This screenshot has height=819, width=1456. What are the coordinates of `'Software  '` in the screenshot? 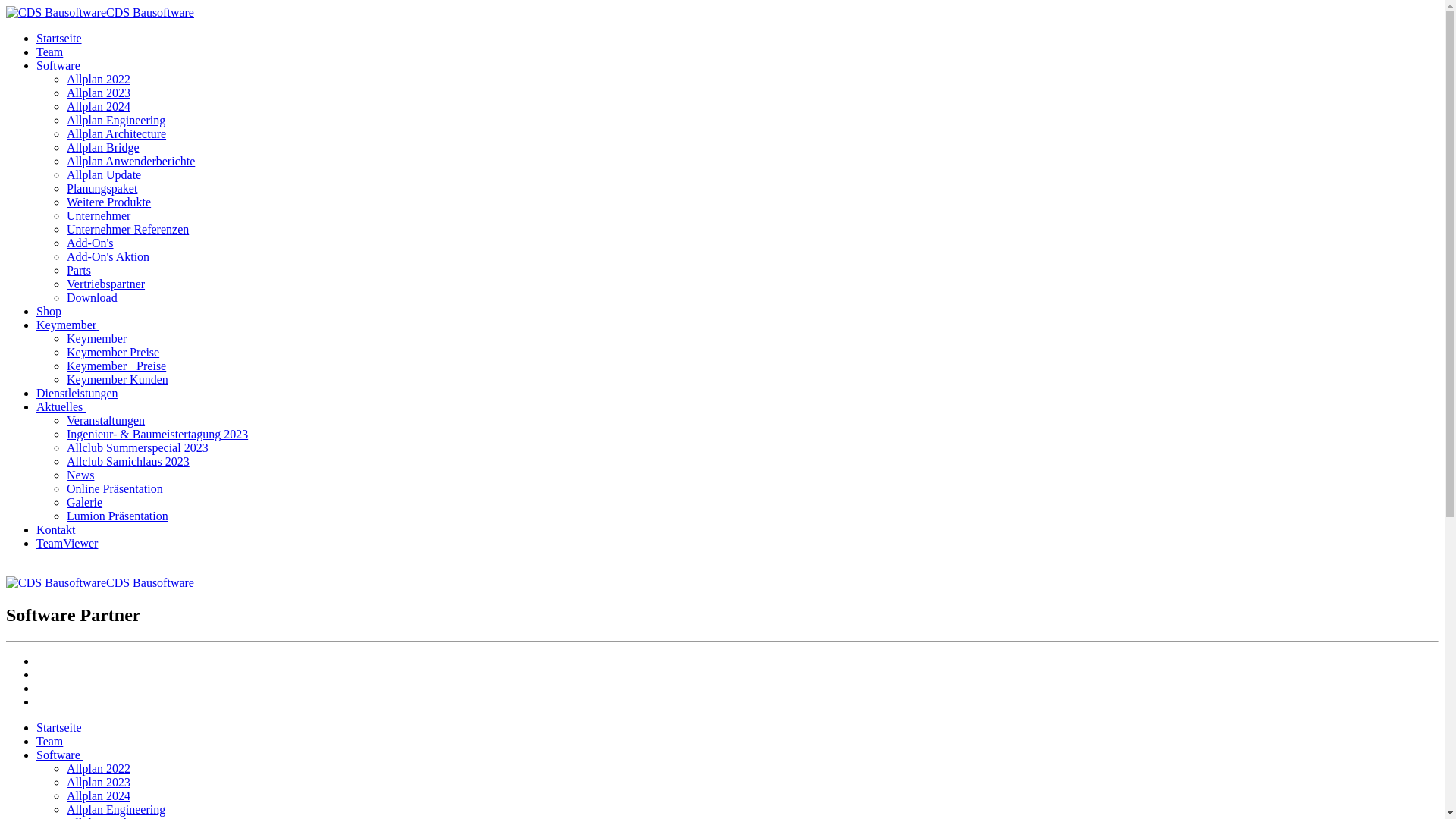 It's located at (36, 64).